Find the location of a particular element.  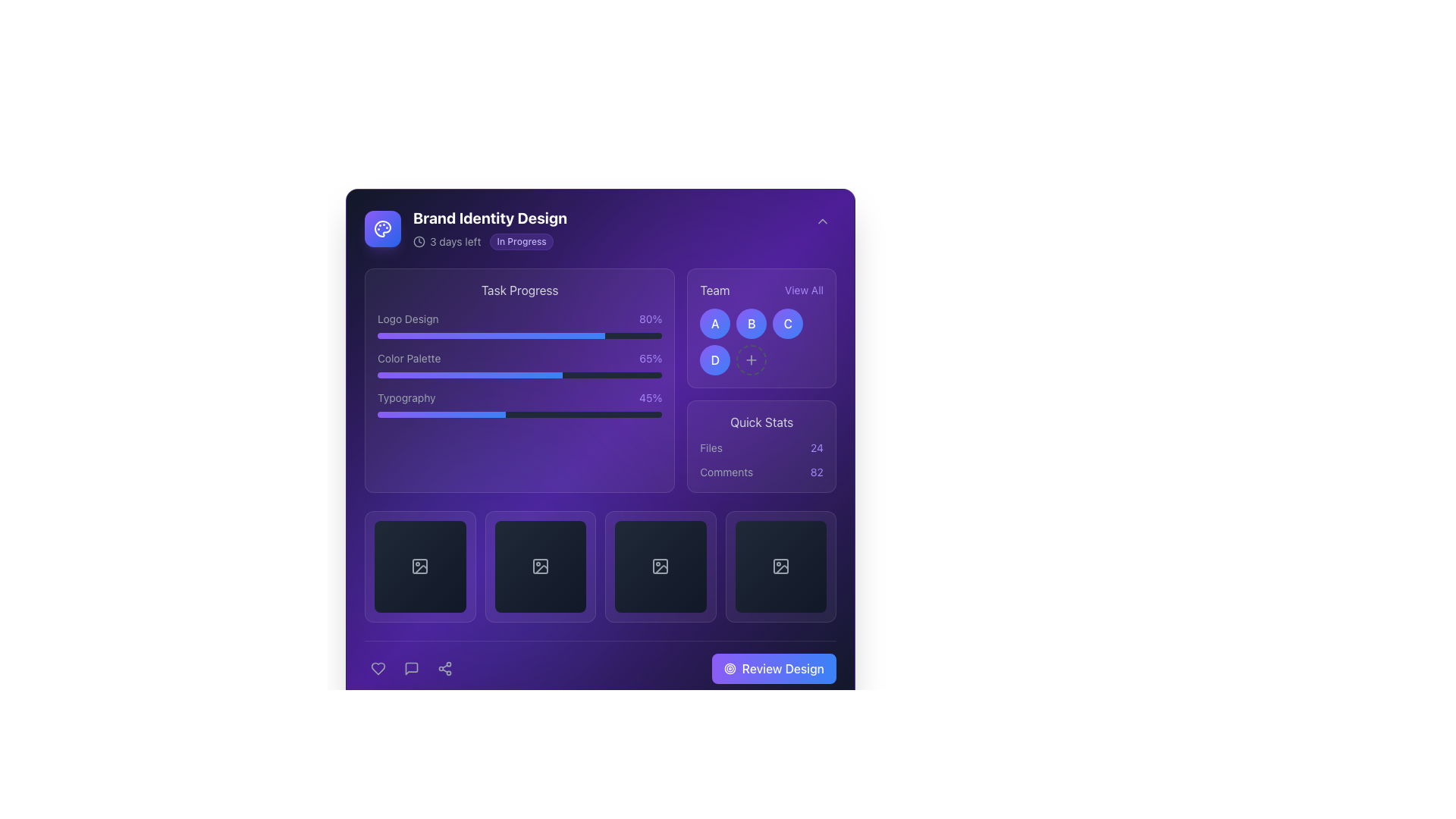

the small circular sharing icon composed of three connected dots arranged in a triangular layout, located as the rightmost icon in the bottom section of the interface to initiate a sharing action is located at coordinates (444, 667).